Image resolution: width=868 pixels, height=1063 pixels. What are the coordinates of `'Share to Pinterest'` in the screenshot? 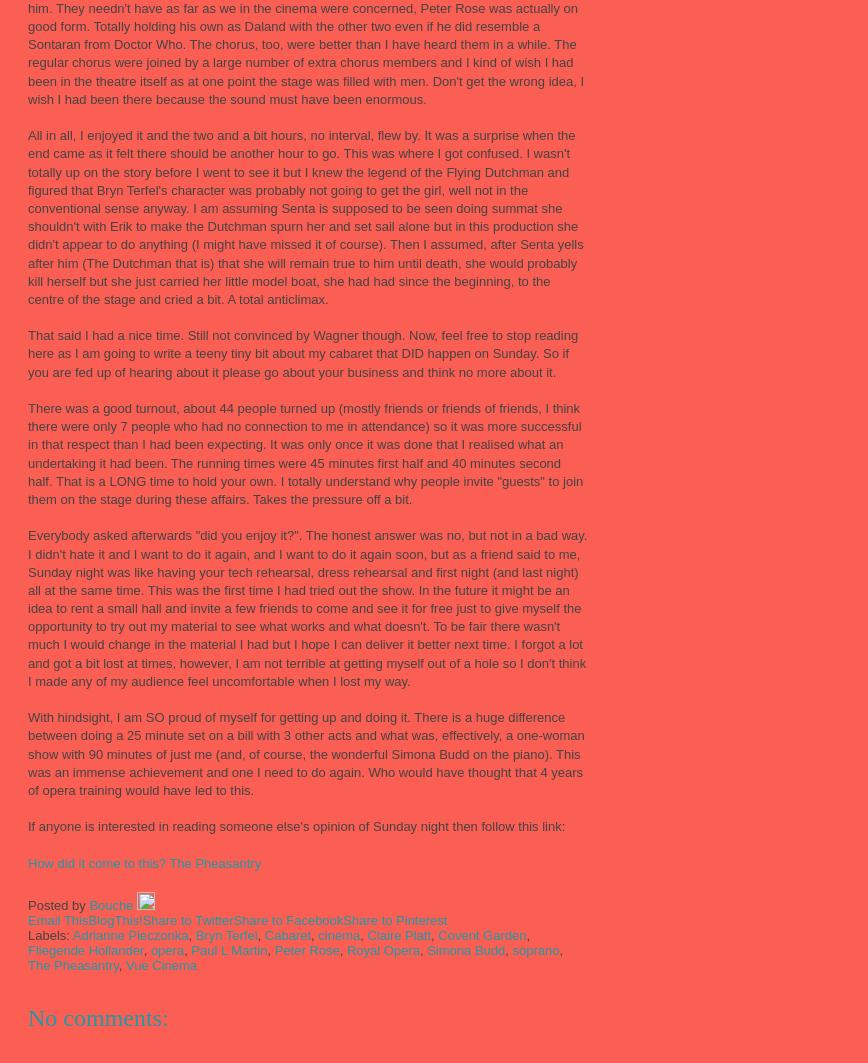 It's located at (395, 919).